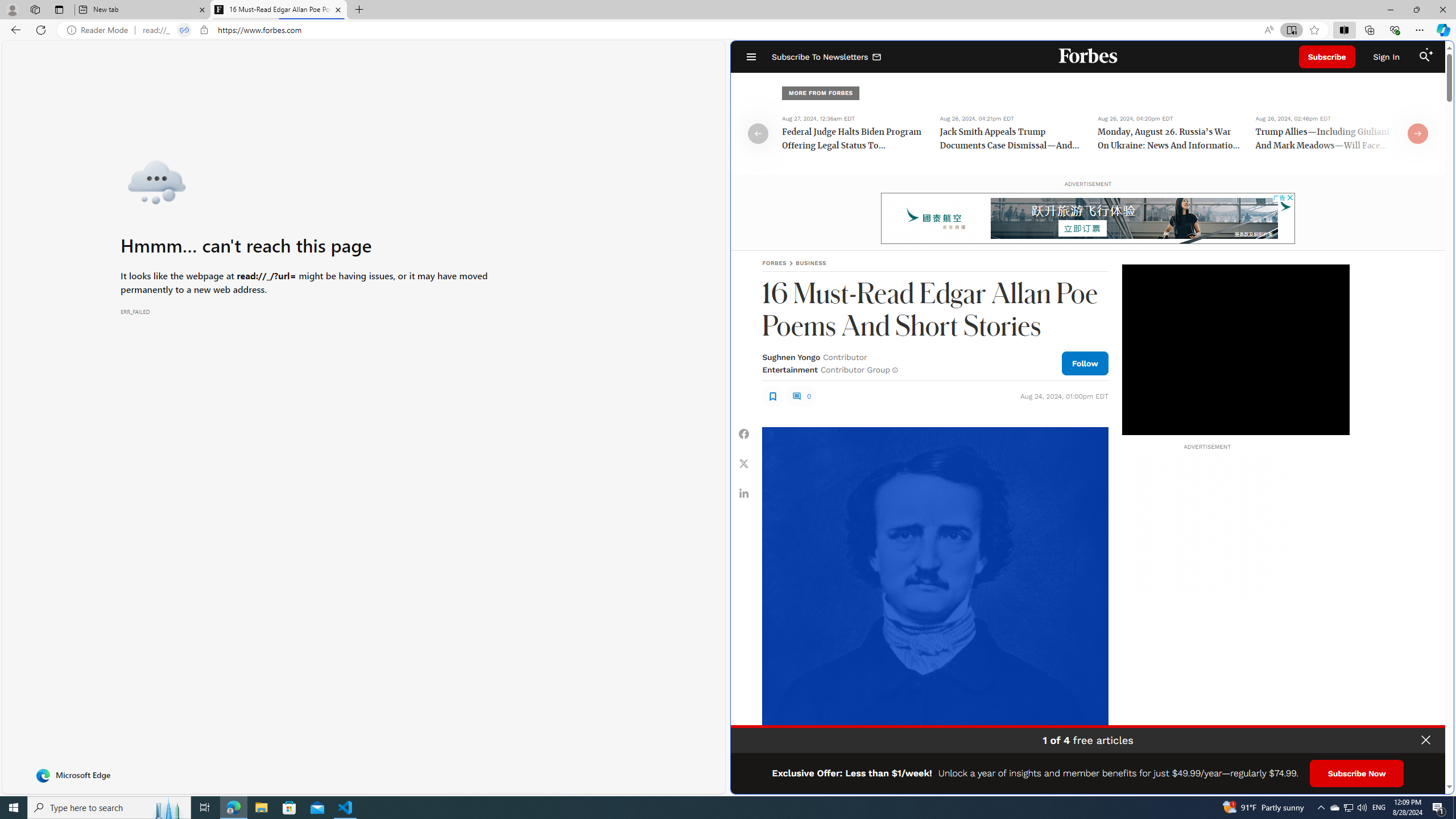 The image size is (1456, 819). I want to click on 'Class: fs-icon fs-icon--Facebook', so click(744, 433).